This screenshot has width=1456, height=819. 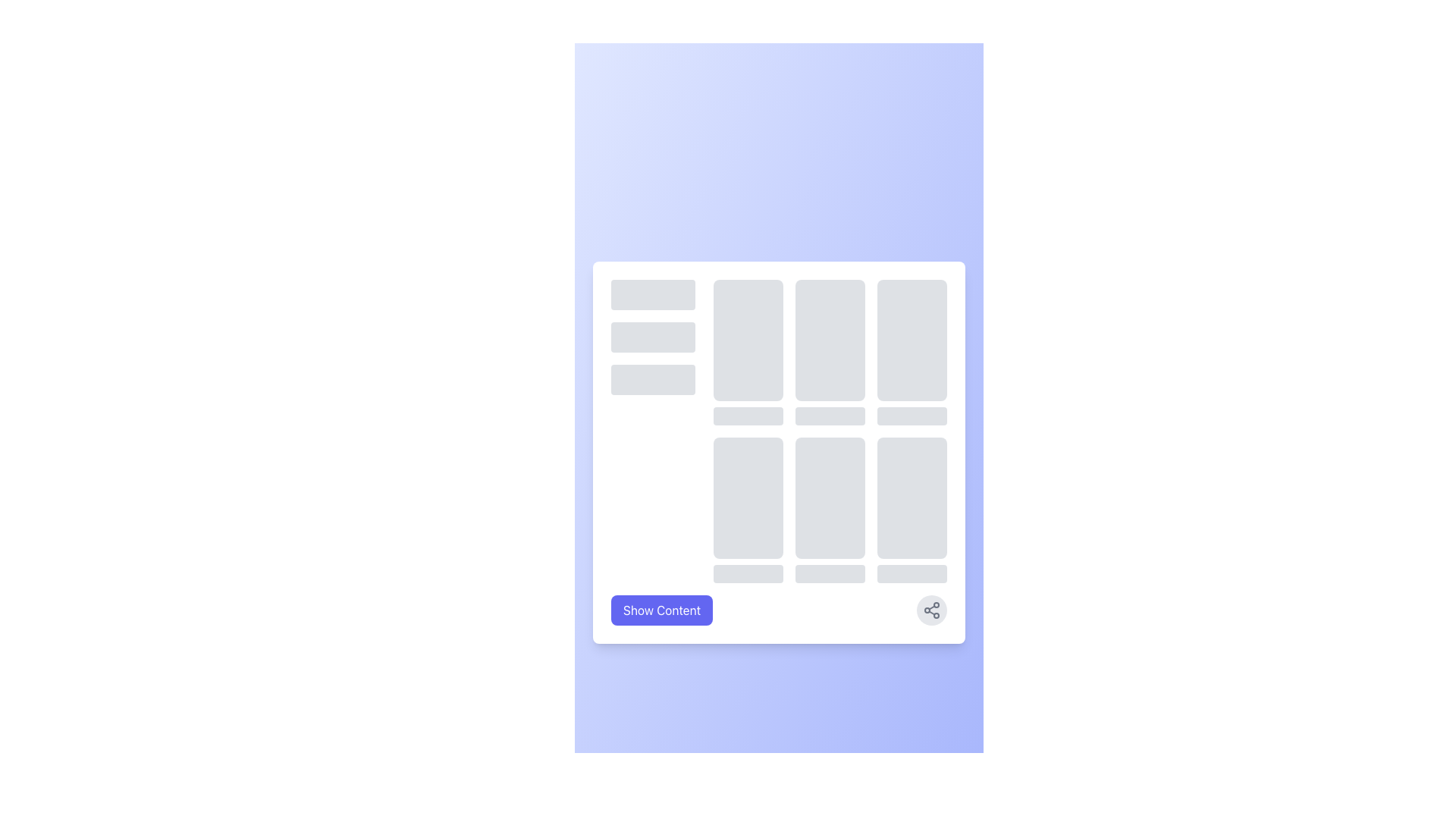 I want to click on the Placeholder or Decorative Element located at the bottom of the column layout, centered horizontally beneath a taller rounded rectangle, so click(x=748, y=573).